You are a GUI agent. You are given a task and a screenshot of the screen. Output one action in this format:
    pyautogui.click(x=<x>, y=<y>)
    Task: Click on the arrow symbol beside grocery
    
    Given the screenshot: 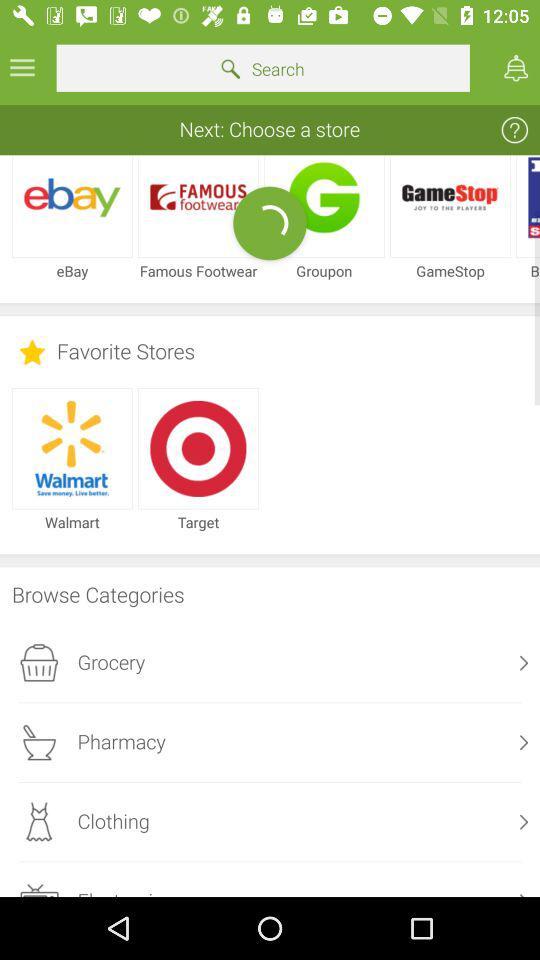 What is the action you would take?
    pyautogui.click(x=524, y=663)
    